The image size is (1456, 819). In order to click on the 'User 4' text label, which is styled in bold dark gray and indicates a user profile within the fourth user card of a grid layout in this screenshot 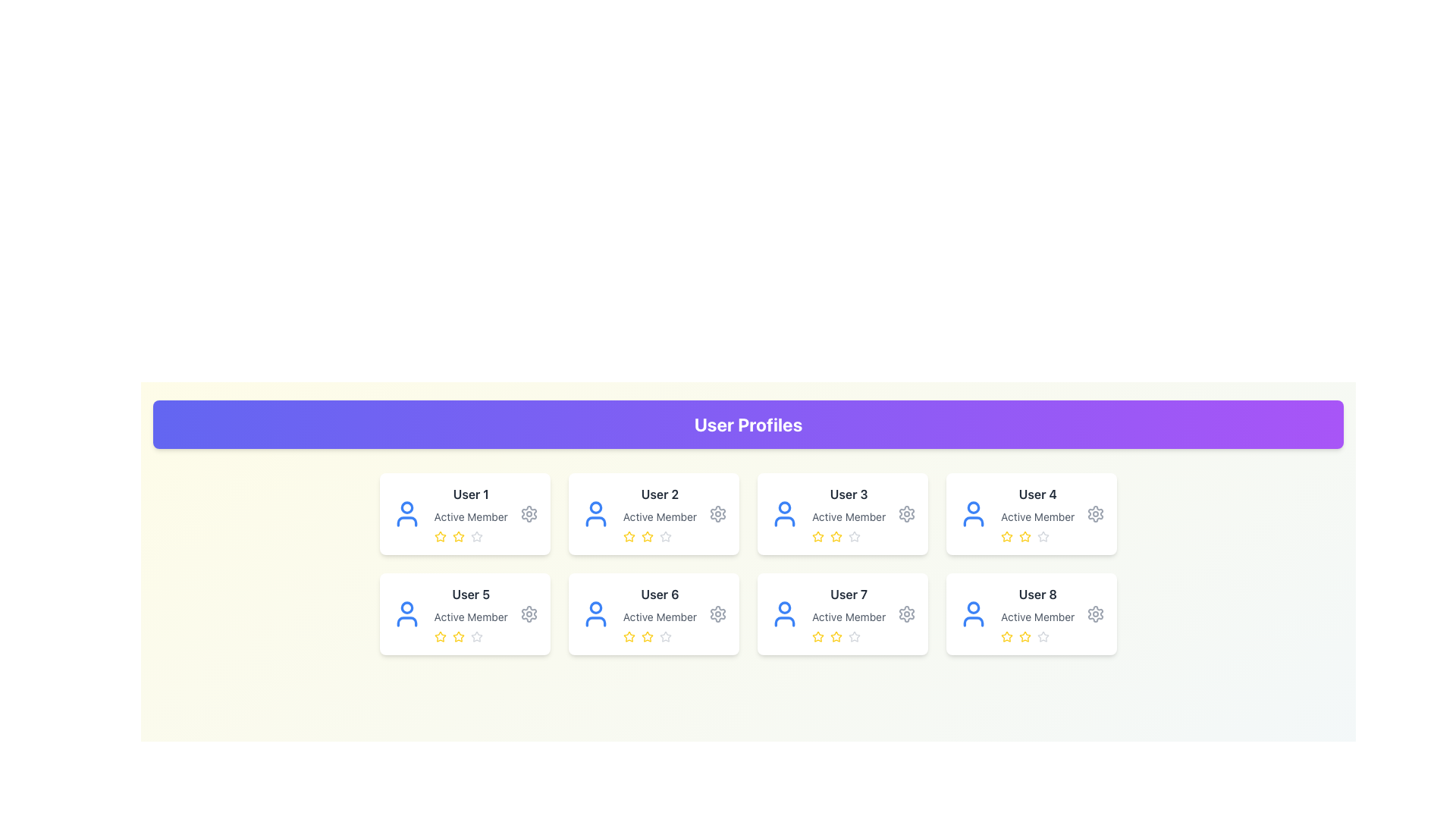, I will do `click(1037, 494)`.